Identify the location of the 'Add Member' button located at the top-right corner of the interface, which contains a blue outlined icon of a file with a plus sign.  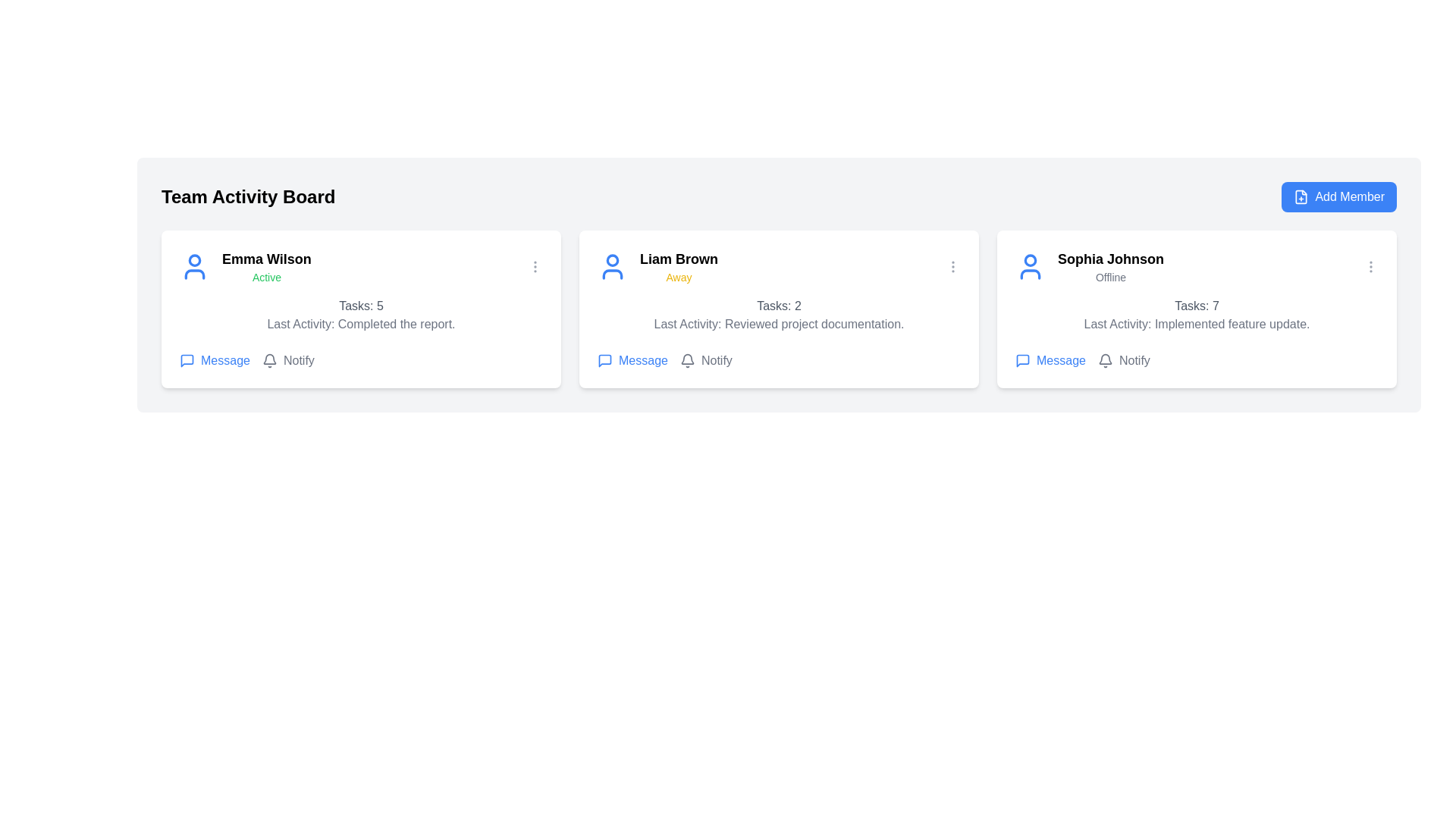
(1301, 196).